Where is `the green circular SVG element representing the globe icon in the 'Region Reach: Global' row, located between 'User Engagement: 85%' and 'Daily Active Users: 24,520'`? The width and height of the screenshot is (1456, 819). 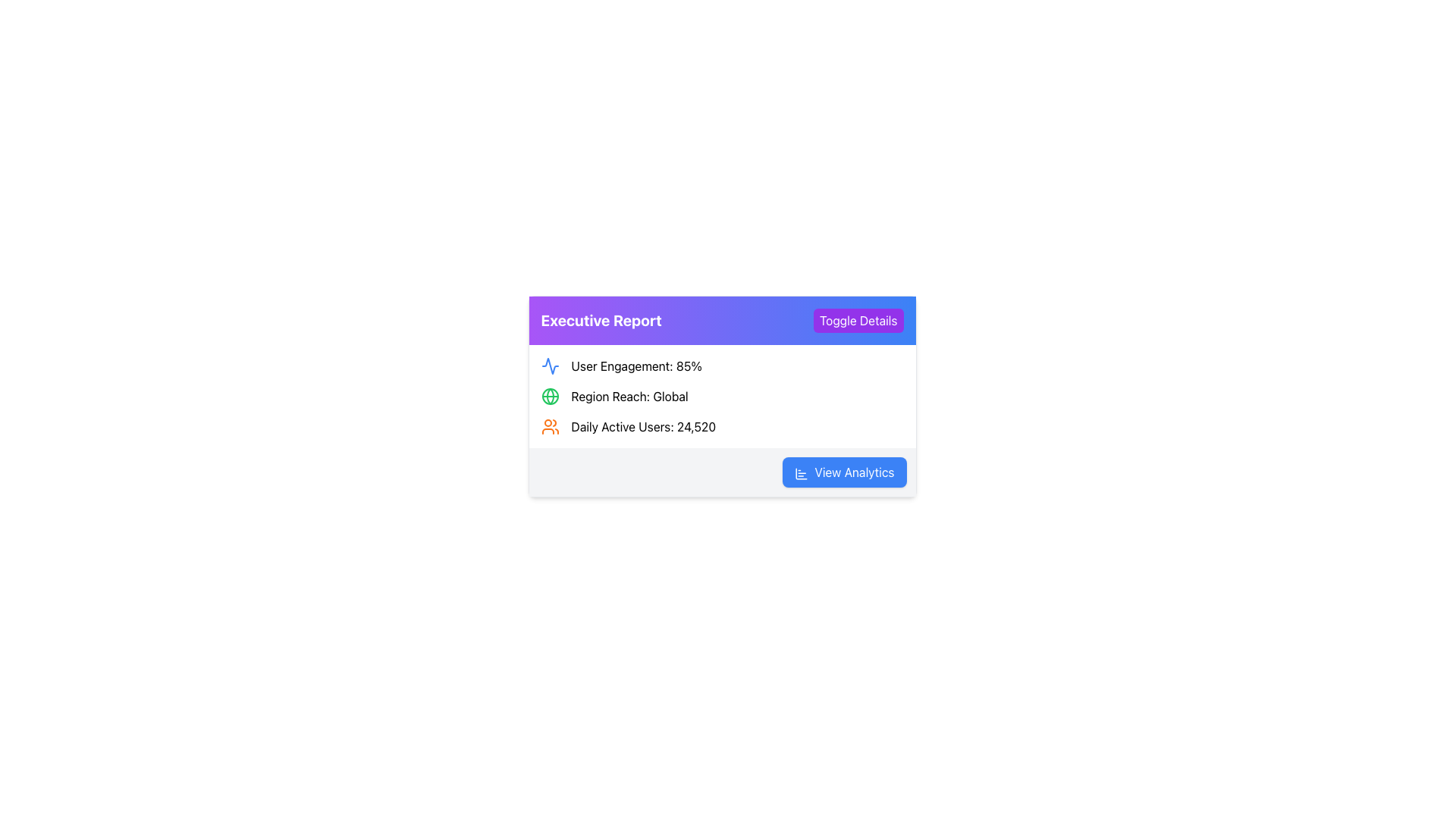 the green circular SVG element representing the globe icon in the 'Region Reach: Global' row, located between 'User Engagement: 85%' and 'Daily Active Users: 24,520' is located at coordinates (549, 396).